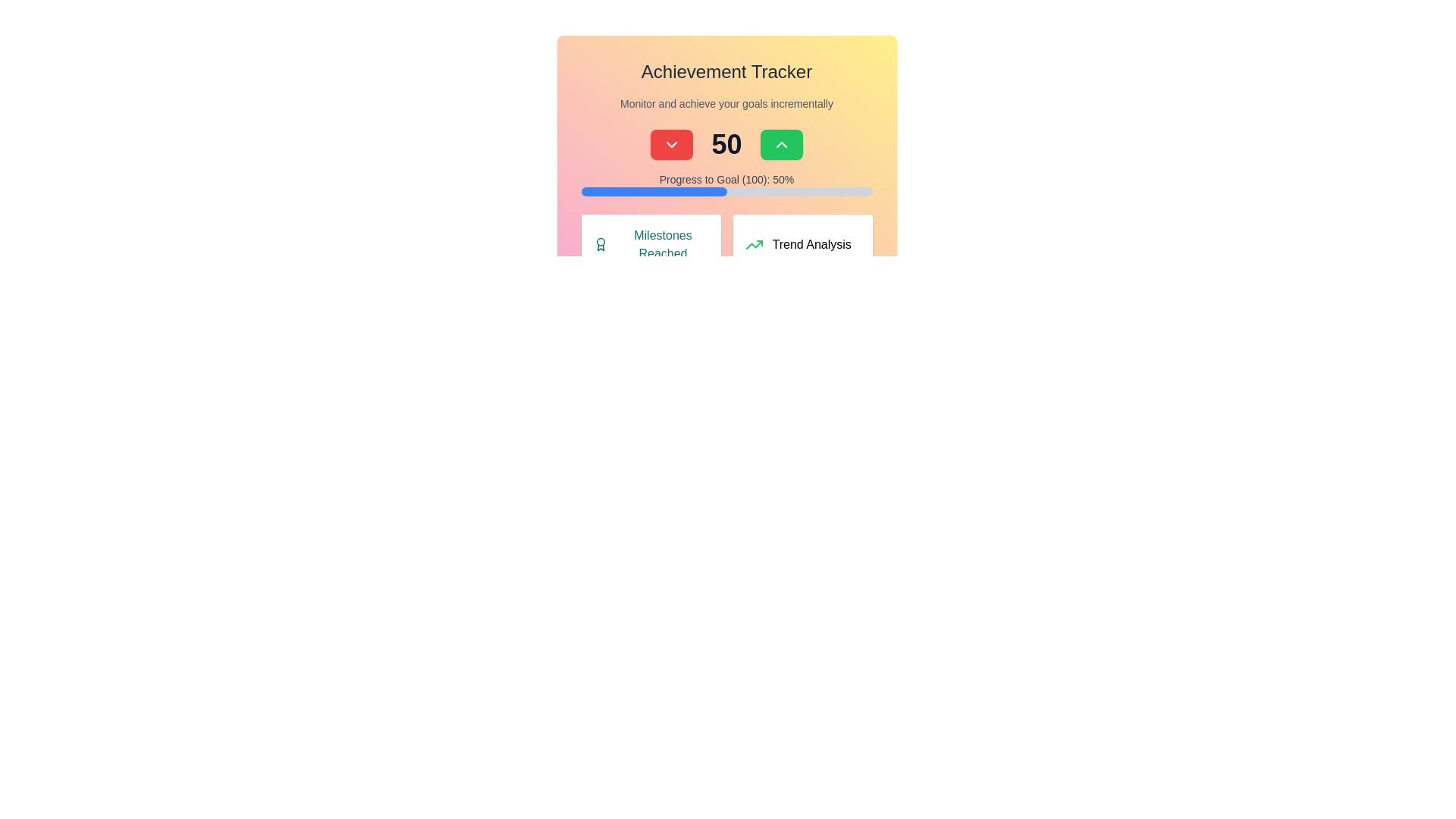 Image resolution: width=1456 pixels, height=819 pixels. Describe the element at coordinates (671, 145) in the screenshot. I see `the SVG icon of a downward-pointing arrow, which is part of a red rounded button located to the left of the numeric counter '50' and below the 'Achievement Tracker' title` at that location.